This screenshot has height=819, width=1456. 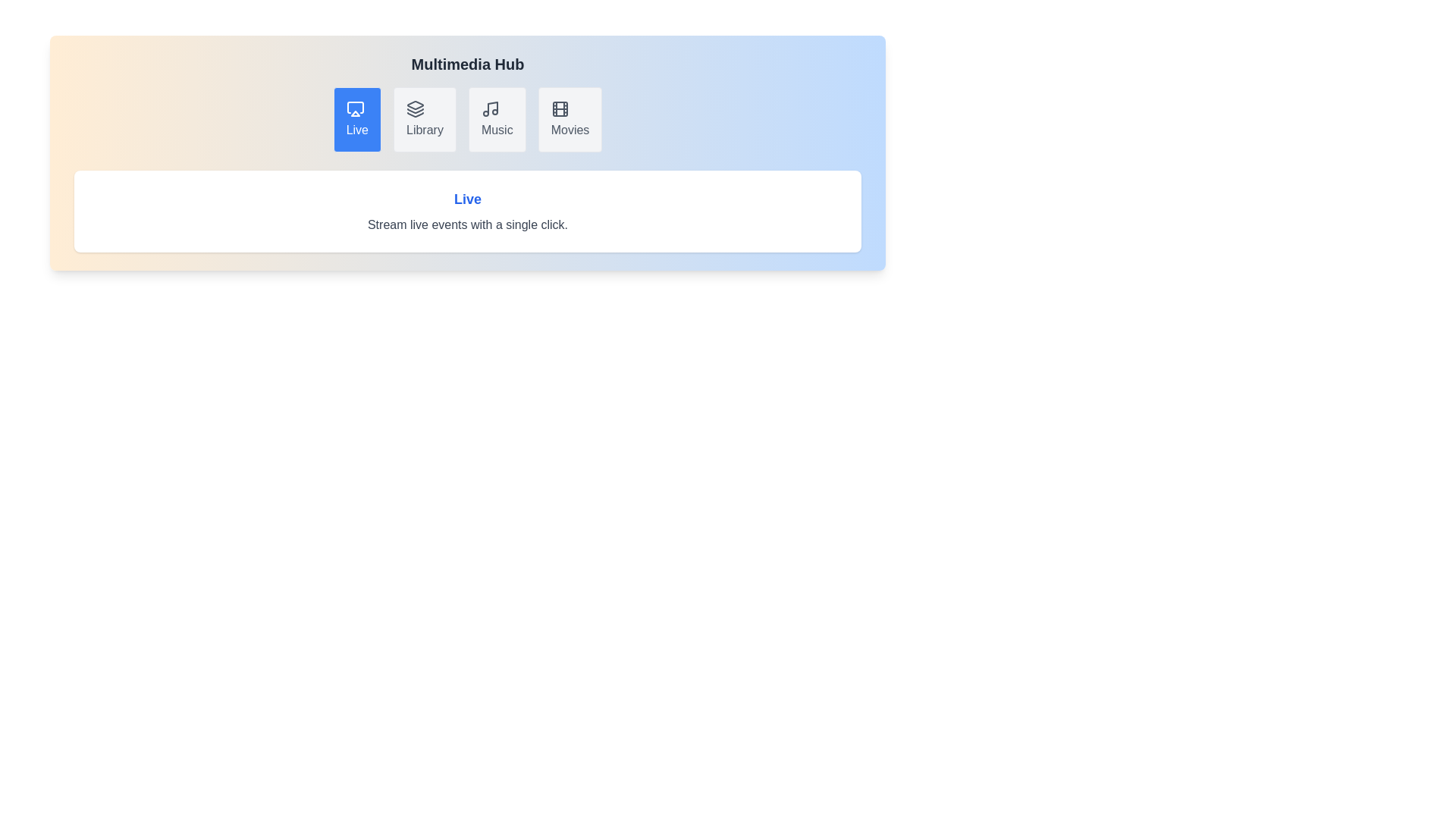 I want to click on the tab labeled Live to view its content, so click(x=356, y=119).